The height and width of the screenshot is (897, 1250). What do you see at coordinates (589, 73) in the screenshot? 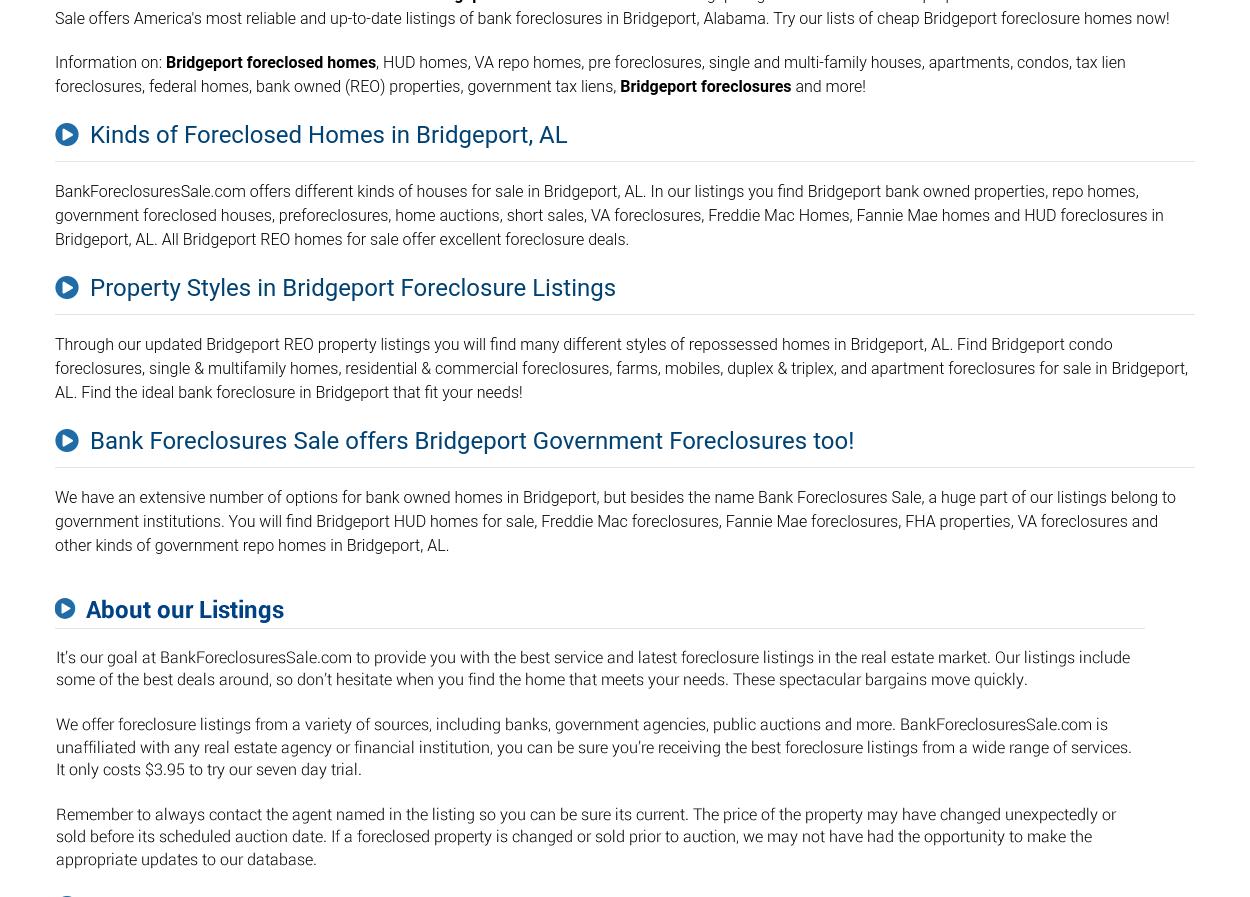
I see `', HUD homes, VA repo homes, pre foreclosures, single and multi-family houses, apartments, condos, tax lien foreclosures, federal homes, bank owned (REO) properties, government tax liens,'` at bounding box center [589, 73].